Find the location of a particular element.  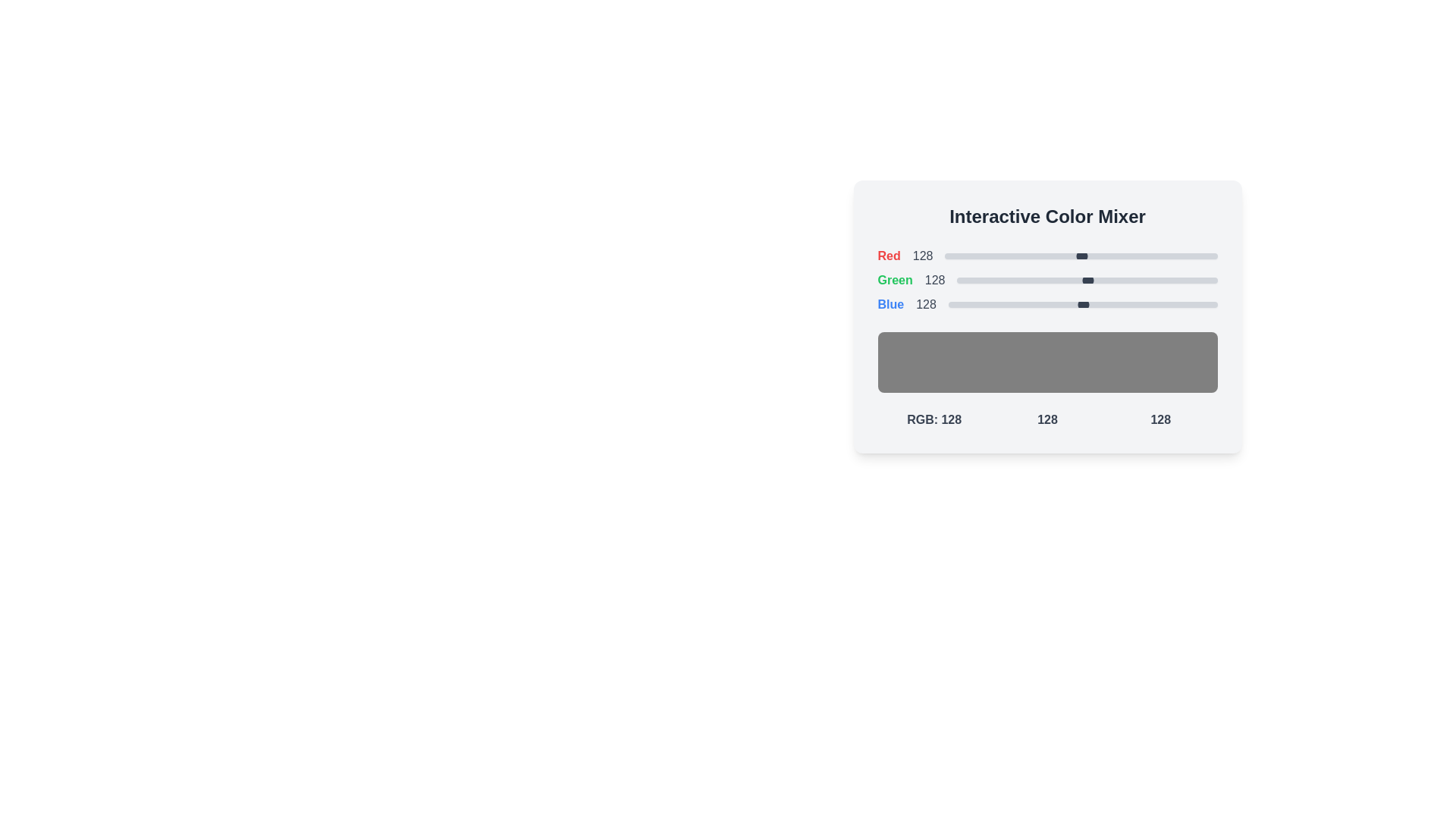

the numeric text label '128' that is styled in medium weight, gray color, positioned to the right of the label 'Blue' in the Interactive Color Mixer component is located at coordinates (925, 304).